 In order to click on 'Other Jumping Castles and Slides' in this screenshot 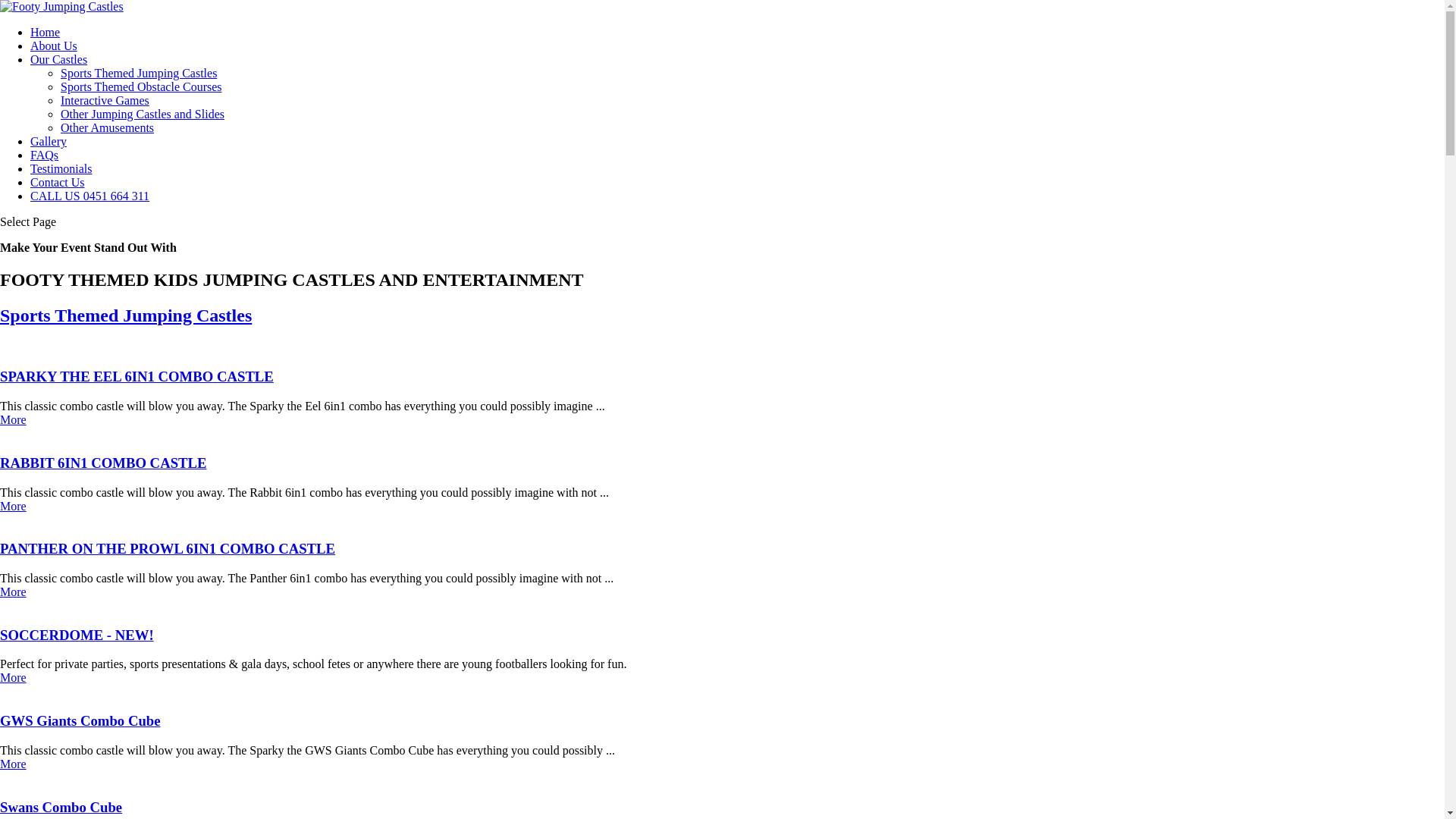, I will do `click(61, 113)`.